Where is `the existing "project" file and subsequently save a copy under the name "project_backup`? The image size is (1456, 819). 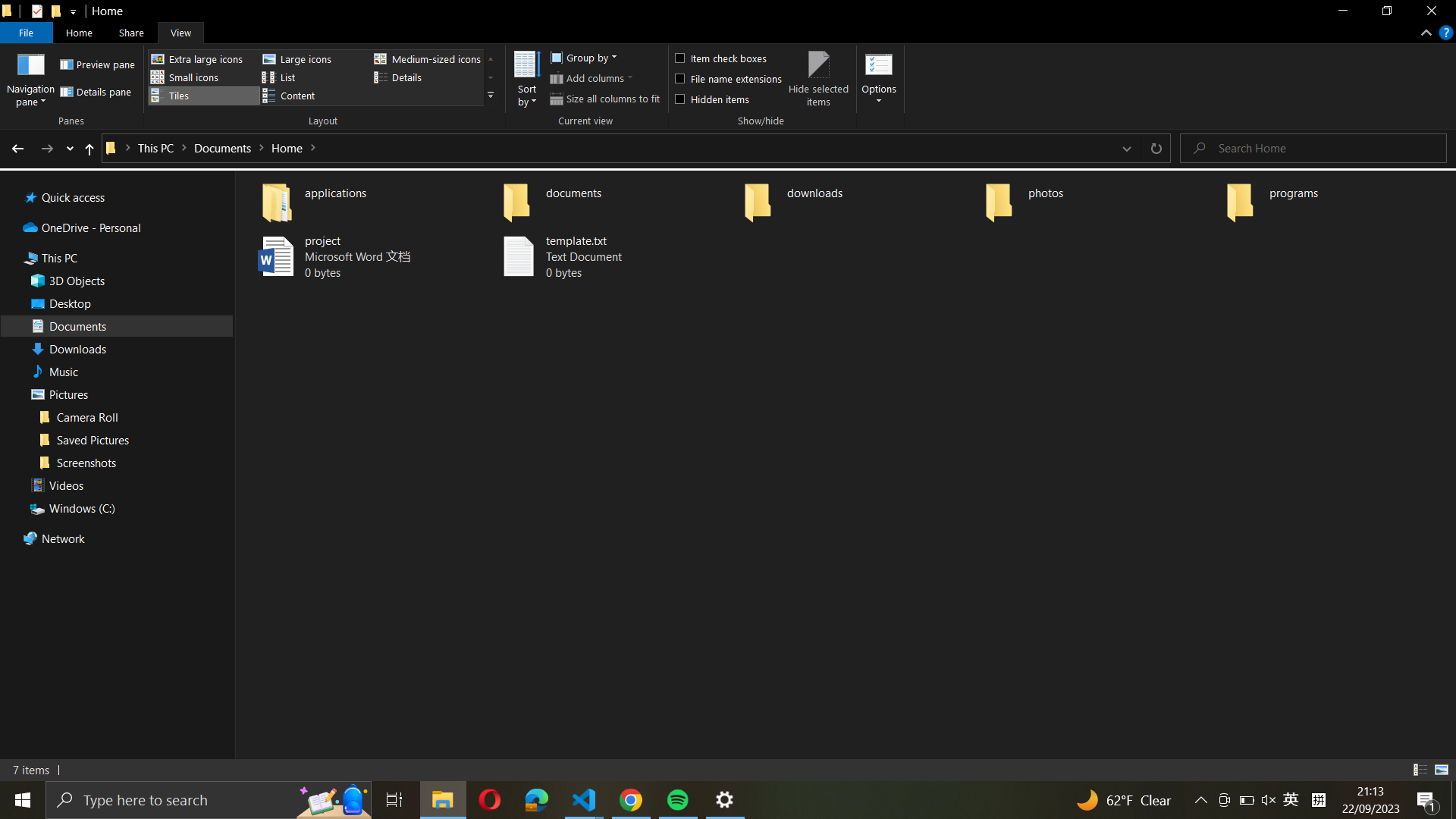 the existing "project" file and subsequently save a copy under the name "project_backup is located at coordinates (361, 256).